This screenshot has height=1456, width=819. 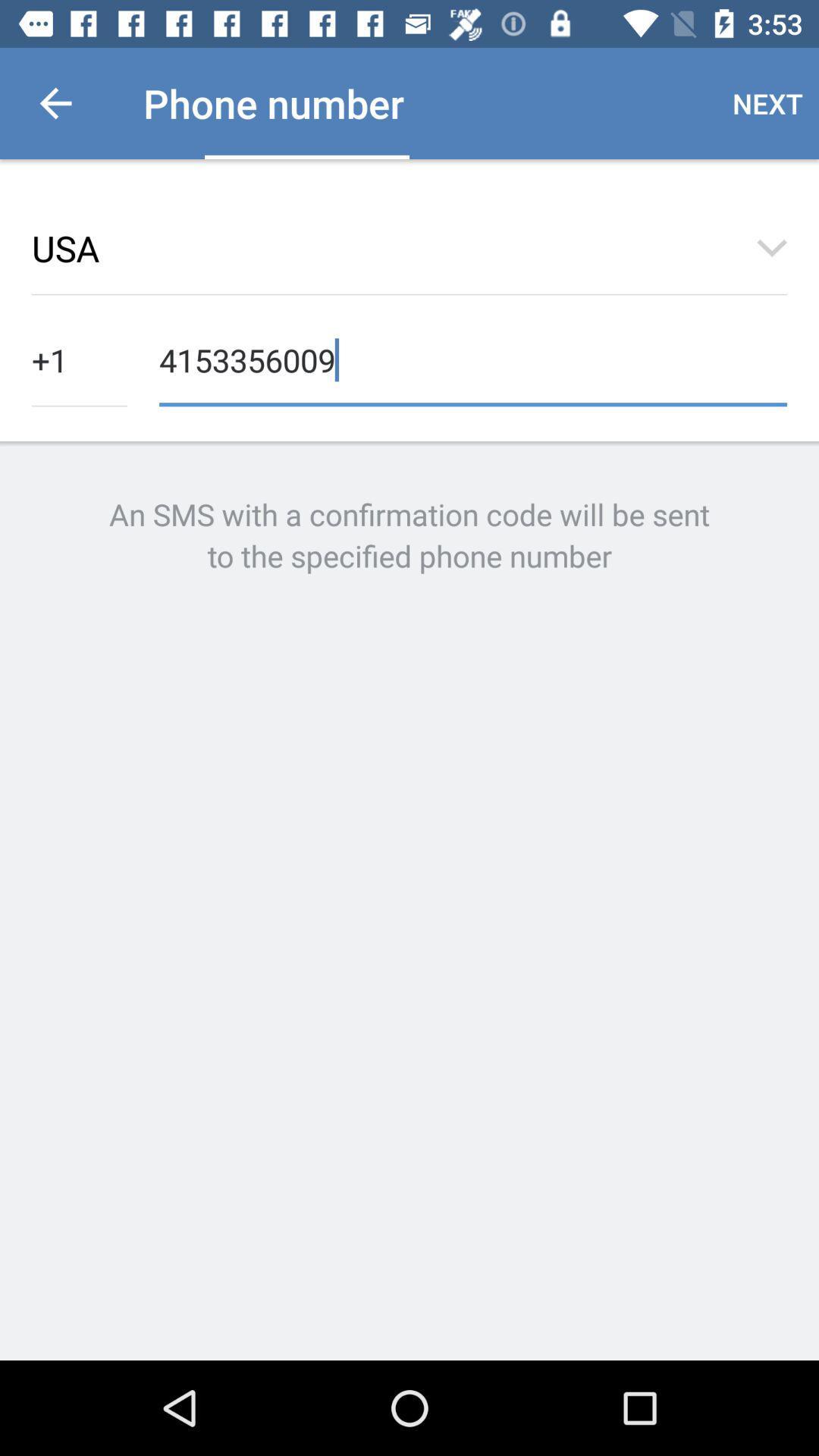 I want to click on next, so click(x=767, y=102).